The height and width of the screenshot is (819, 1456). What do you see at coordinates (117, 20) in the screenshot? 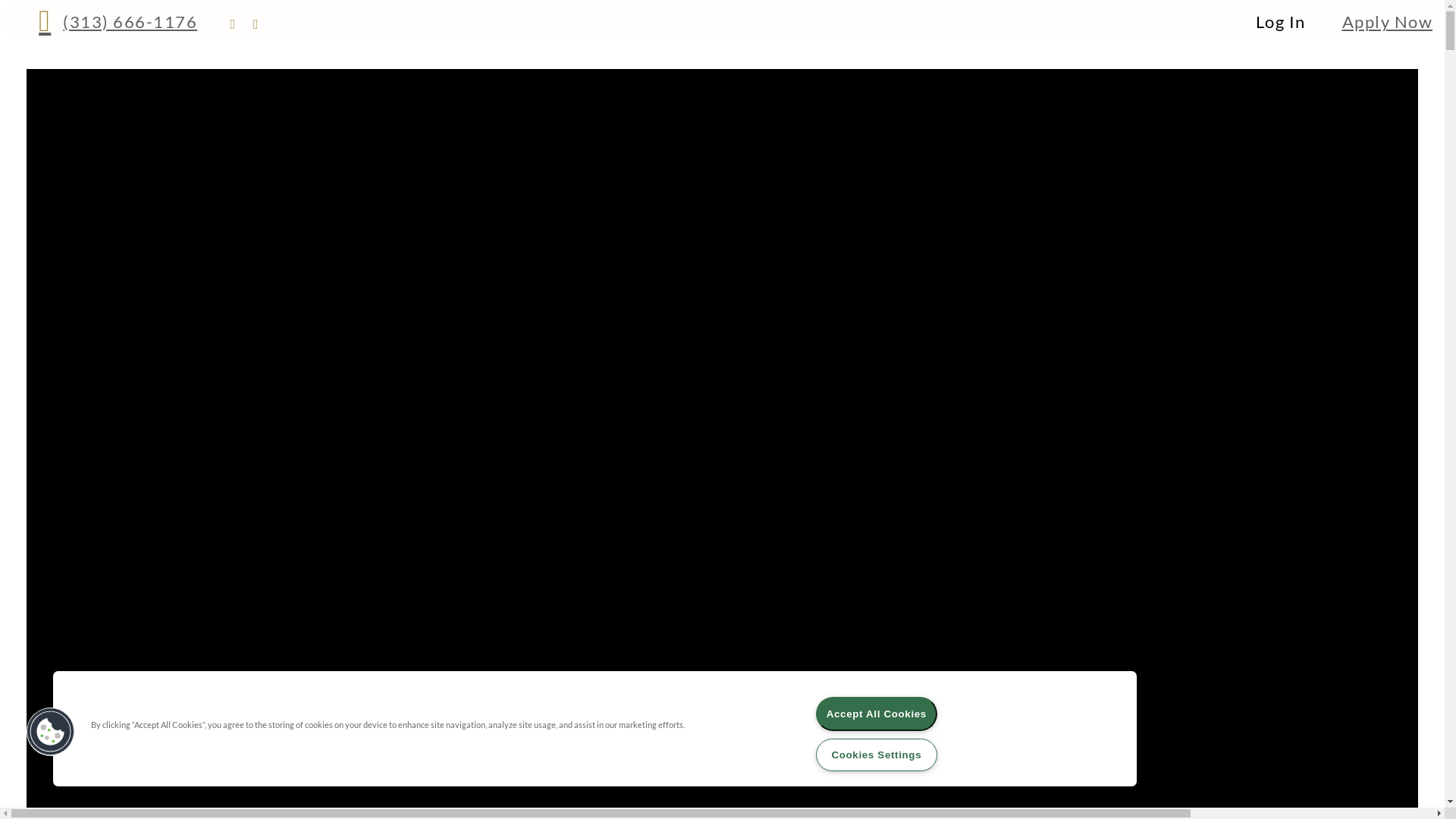
I see `'(313) 666-1176'` at bounding box center [117, 20].